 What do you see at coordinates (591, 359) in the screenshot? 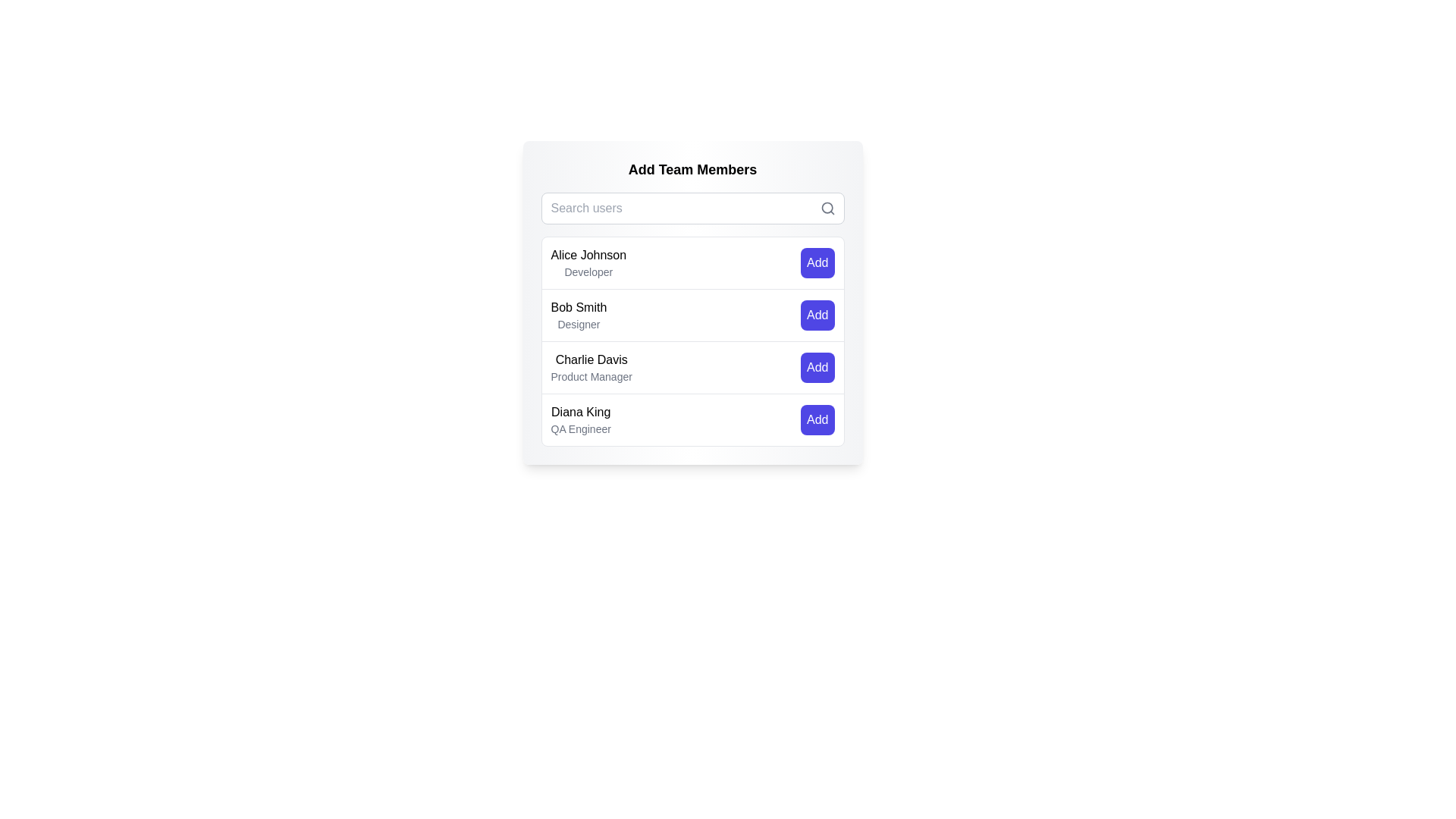
I see `the text label displaying 'Charlie Davis' to trigger any hover effects` at bounding box center [591, 359].